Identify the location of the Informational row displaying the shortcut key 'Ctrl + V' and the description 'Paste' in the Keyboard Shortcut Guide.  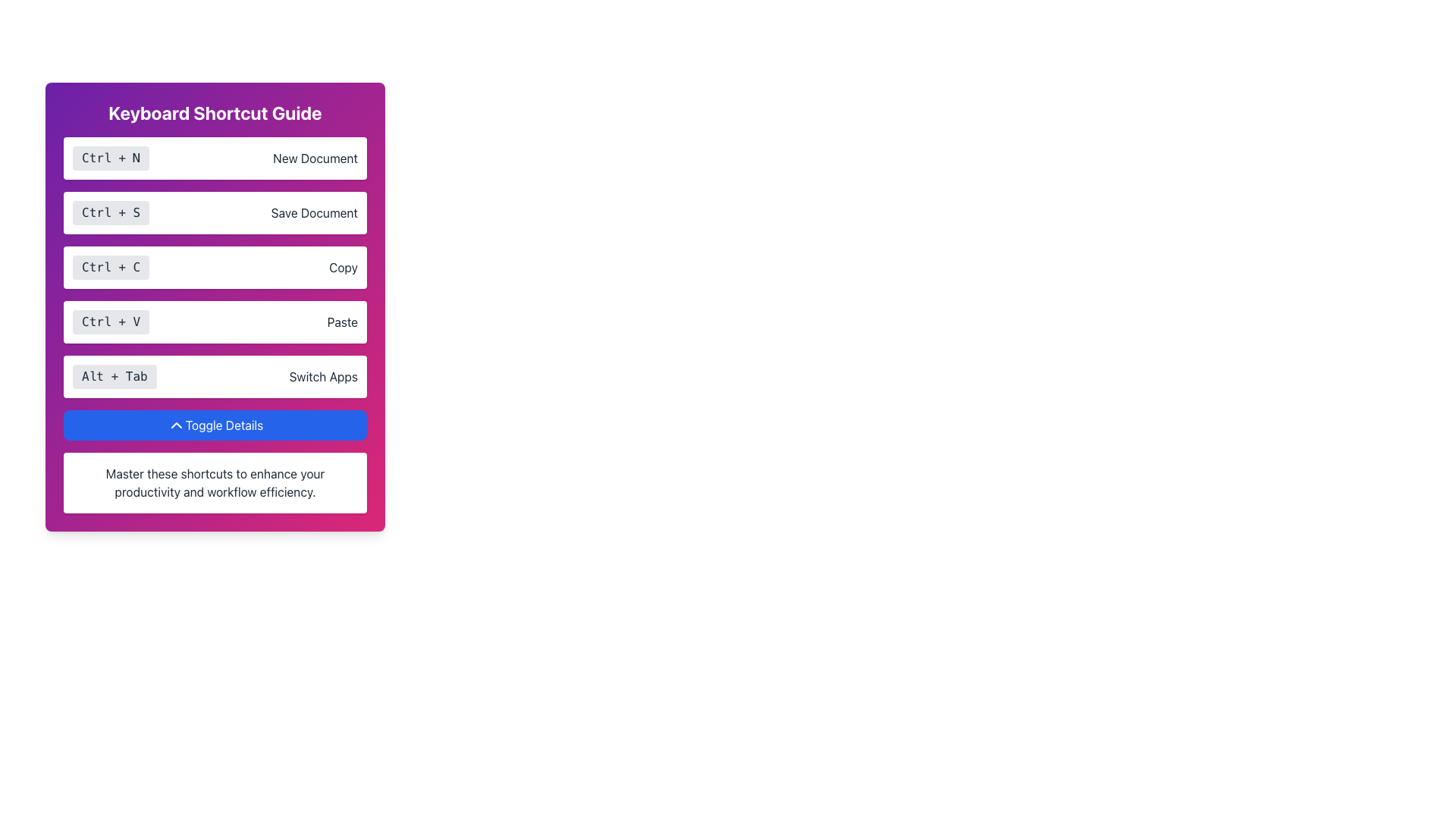
(214, 321).